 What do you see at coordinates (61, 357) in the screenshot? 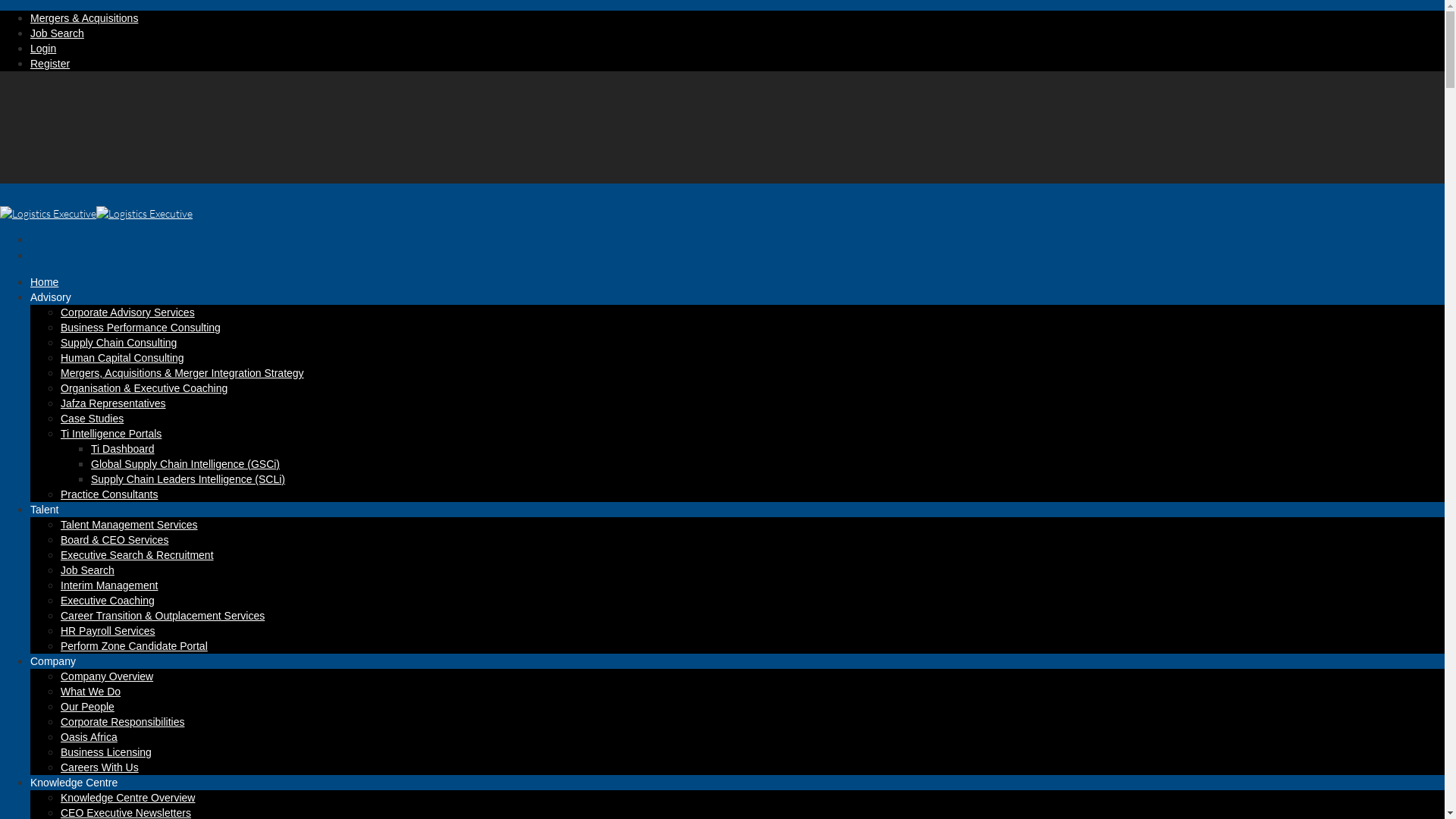
I see `'Human Capital Consulting'` at bounding box center [61, 357].